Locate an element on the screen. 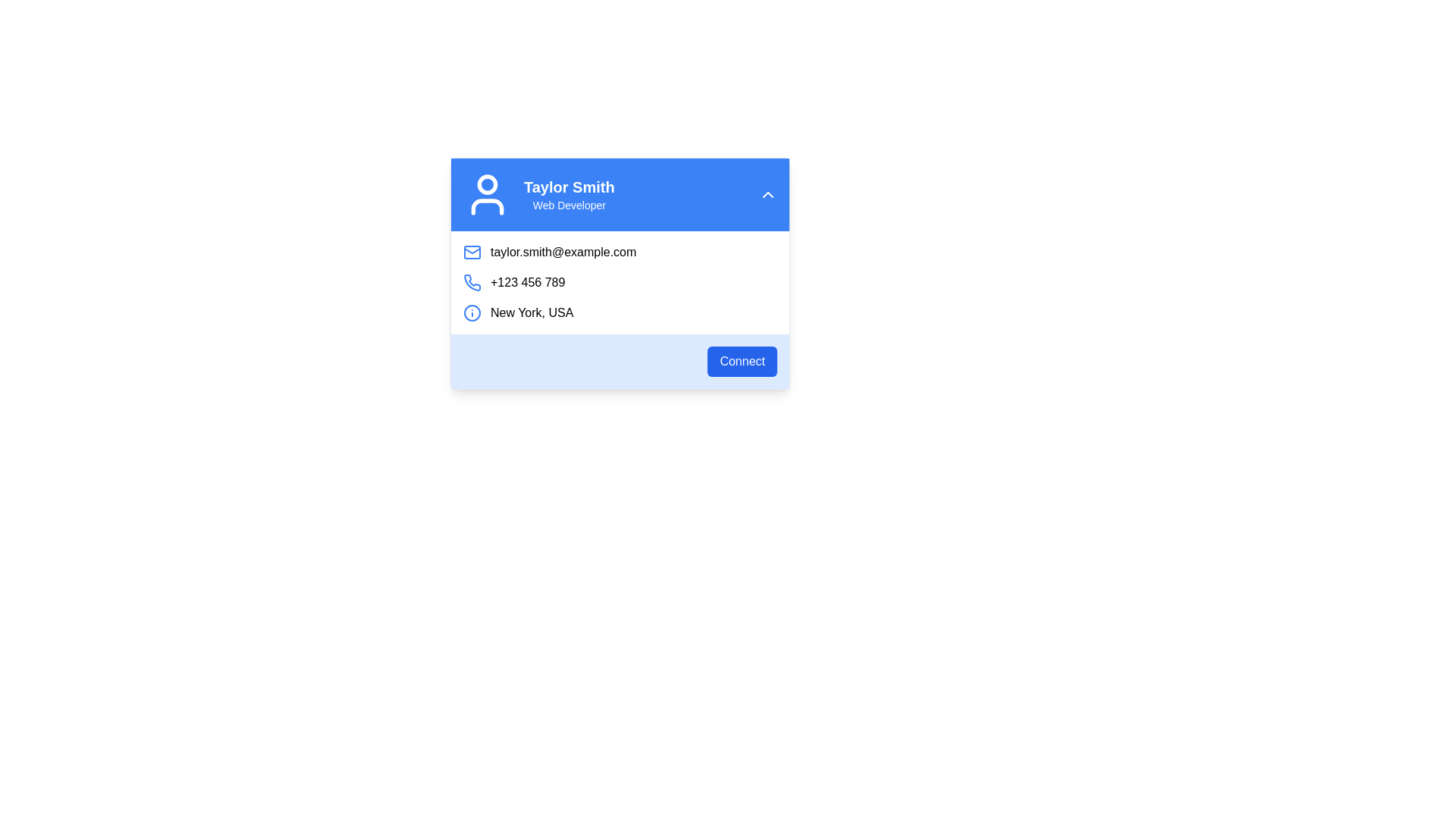  the informational vector-based icon located to the left of the text 'New York, USA' within the card layout is located at coordinates (472, 312).